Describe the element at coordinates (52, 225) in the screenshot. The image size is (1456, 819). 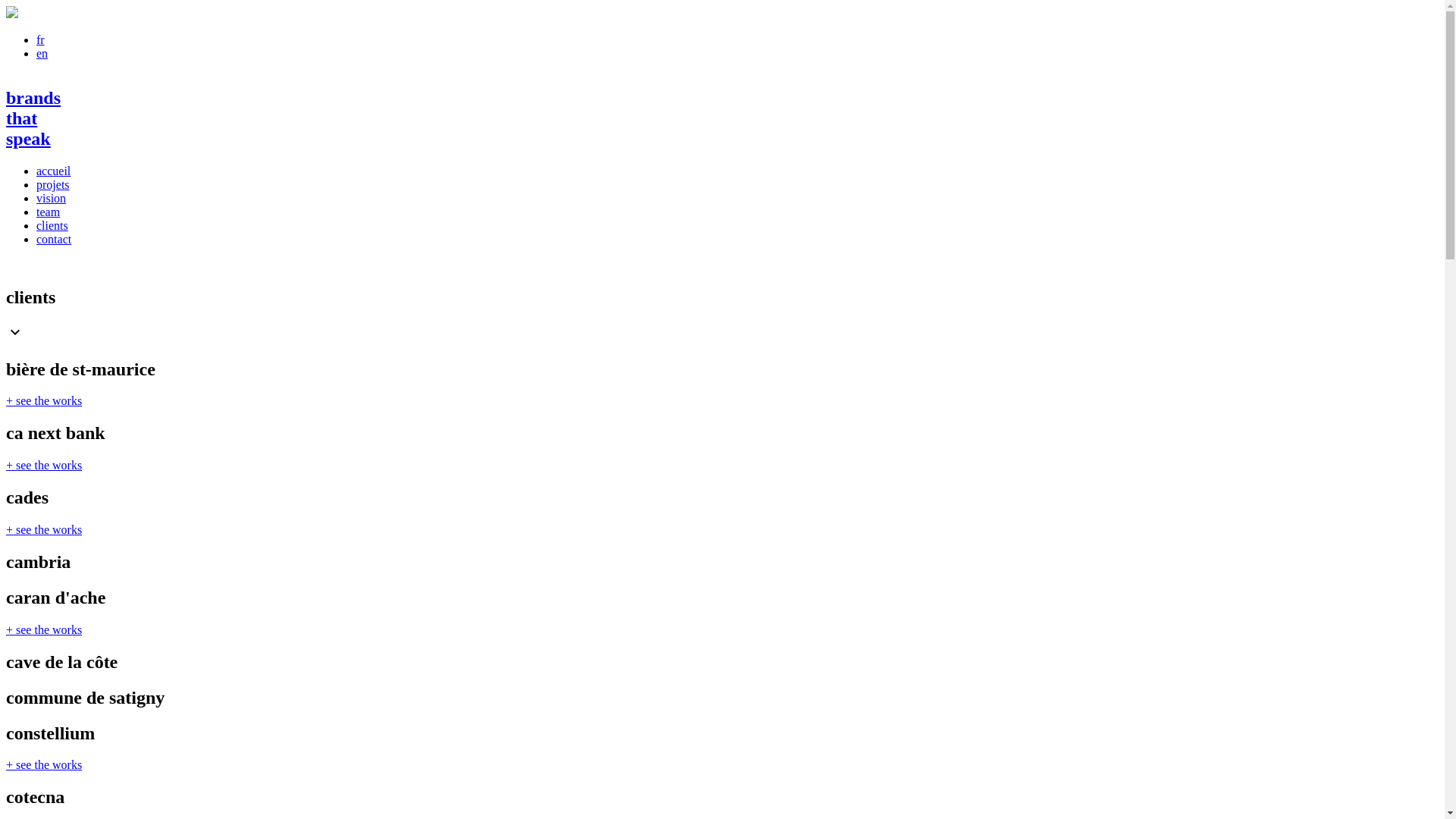
I see `'clients'` at that location.